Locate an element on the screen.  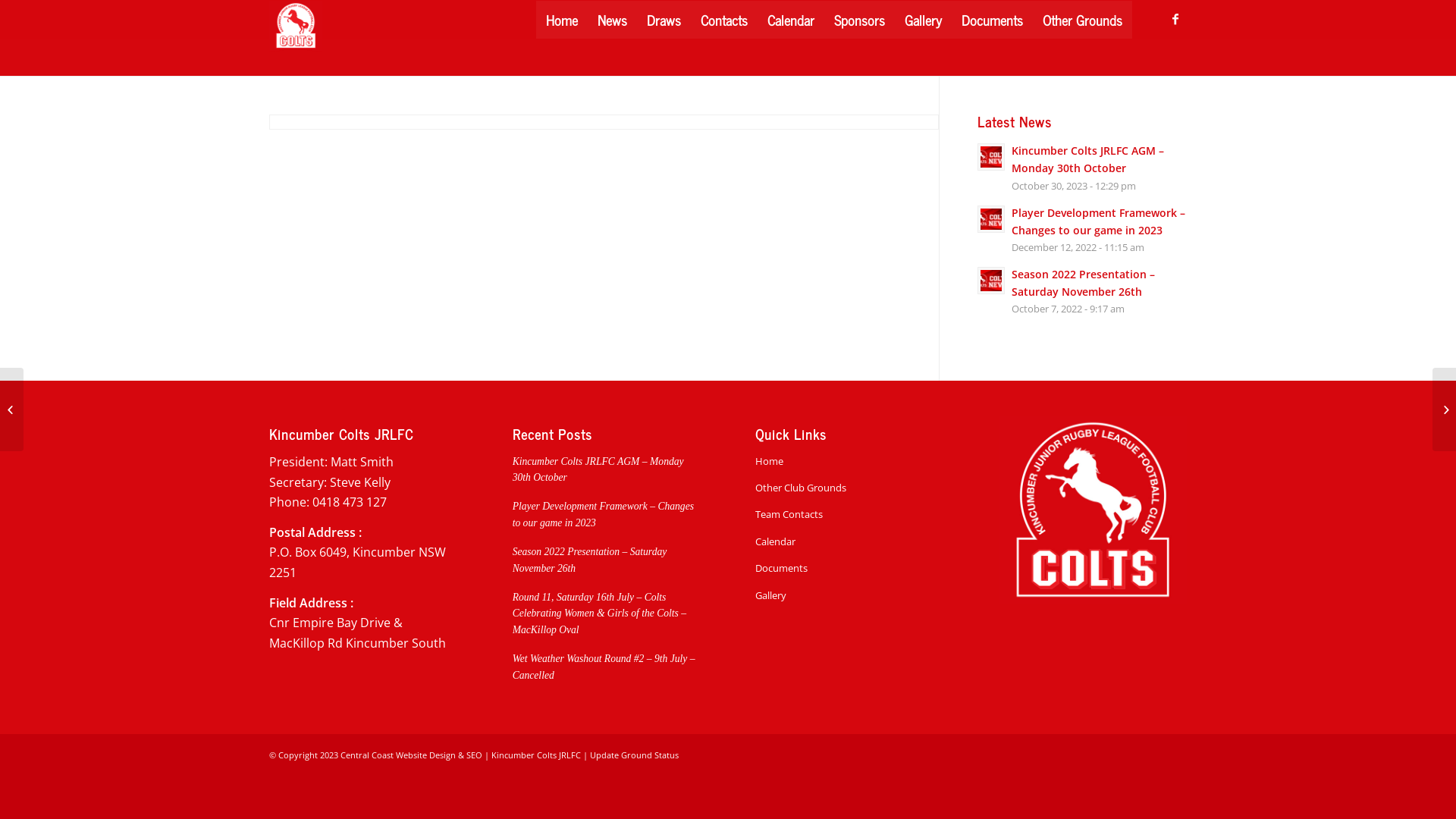
'0418 473 127' is located at coordinates (312, 502).